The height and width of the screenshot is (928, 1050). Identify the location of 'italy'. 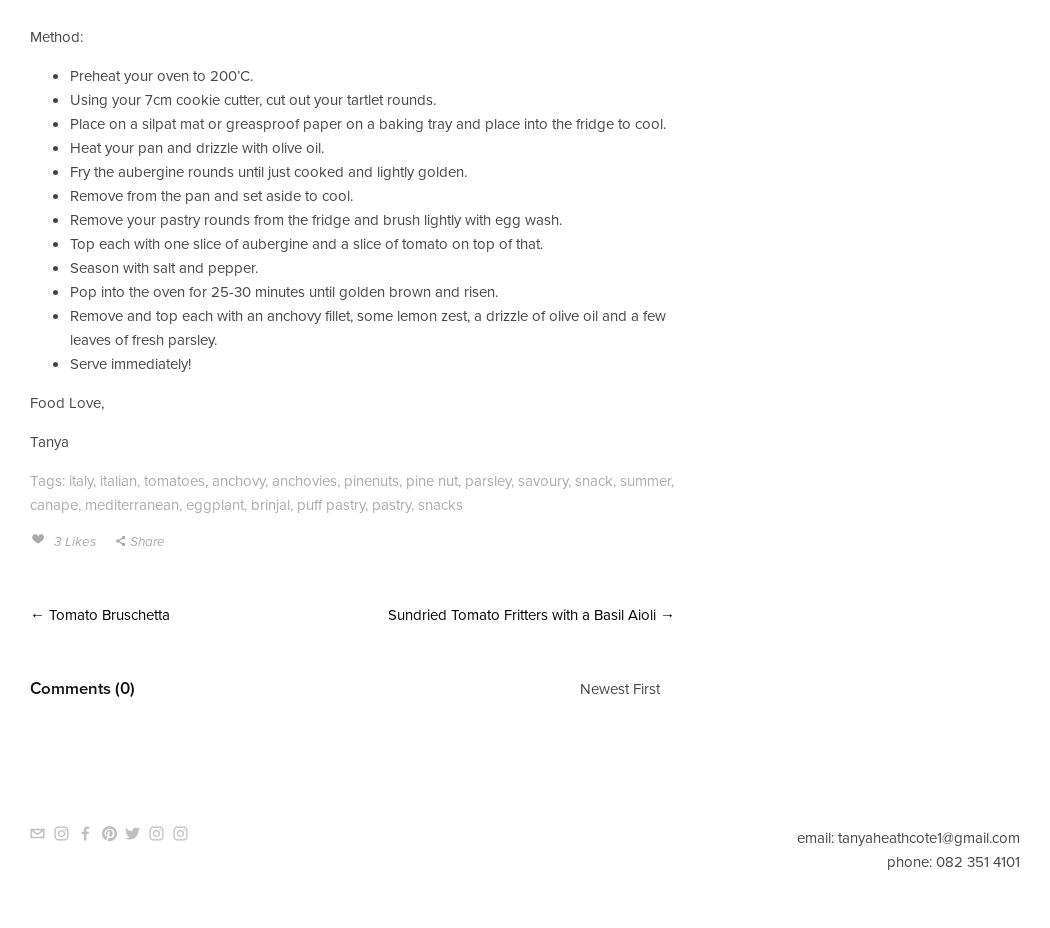
(80, 478).